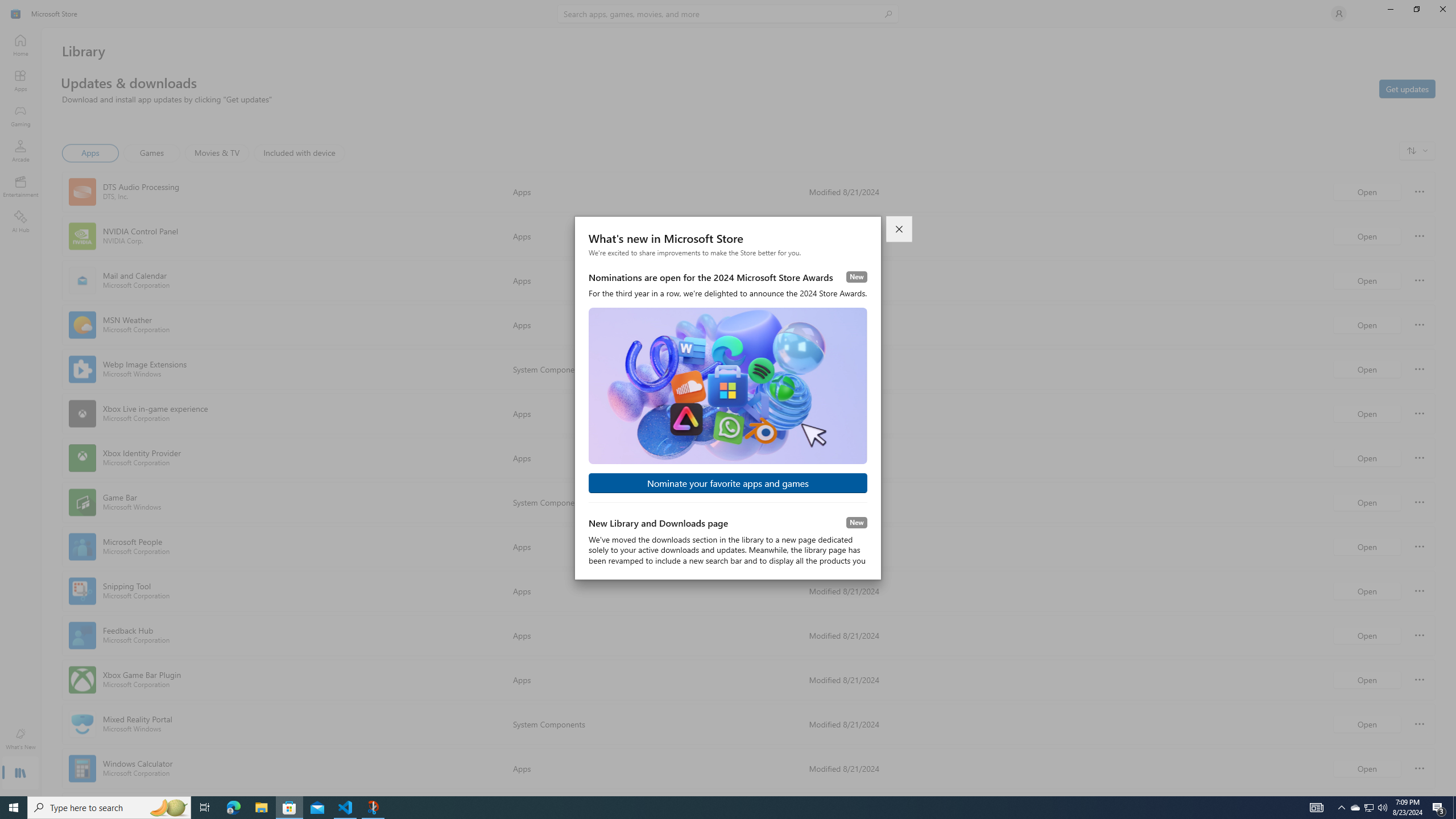 This screenshot has height=819, width=1456. Describe the element at coordinates (19, 44) in the screenshot. I see `'Home'` at that location.